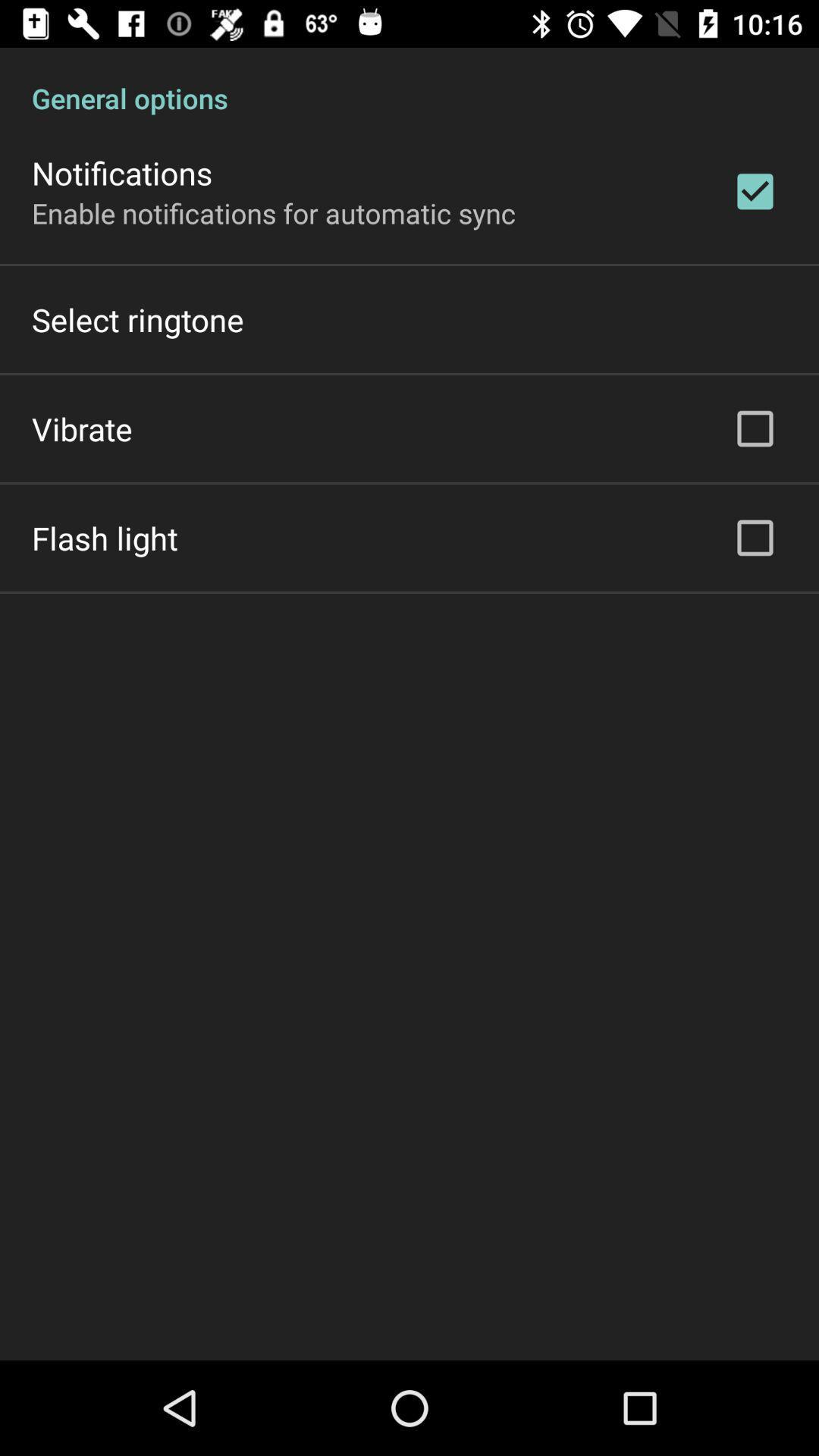 The image size is (819, 1456). What do you see at coordinates (137, 318) in the screenshot?
I see `the item above the vibrate icon` at bounding box center [137, 318].